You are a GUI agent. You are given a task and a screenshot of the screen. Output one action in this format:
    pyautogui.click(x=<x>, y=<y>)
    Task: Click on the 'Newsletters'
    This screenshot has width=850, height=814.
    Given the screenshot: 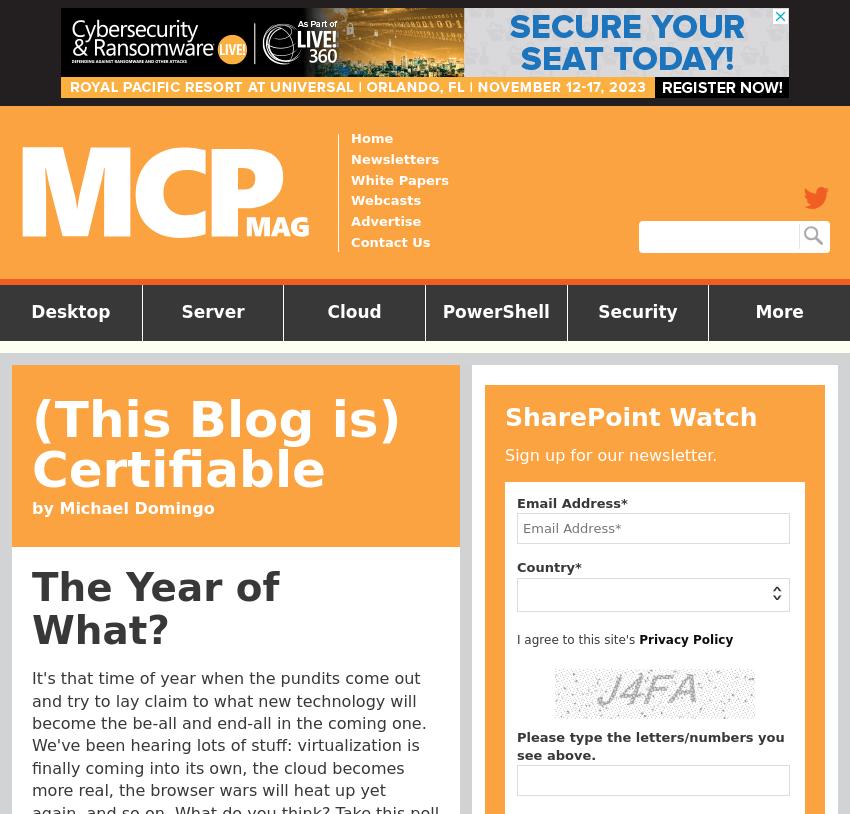 What is the action you would take?
    pyautogui.click(x=394, y=157)
    